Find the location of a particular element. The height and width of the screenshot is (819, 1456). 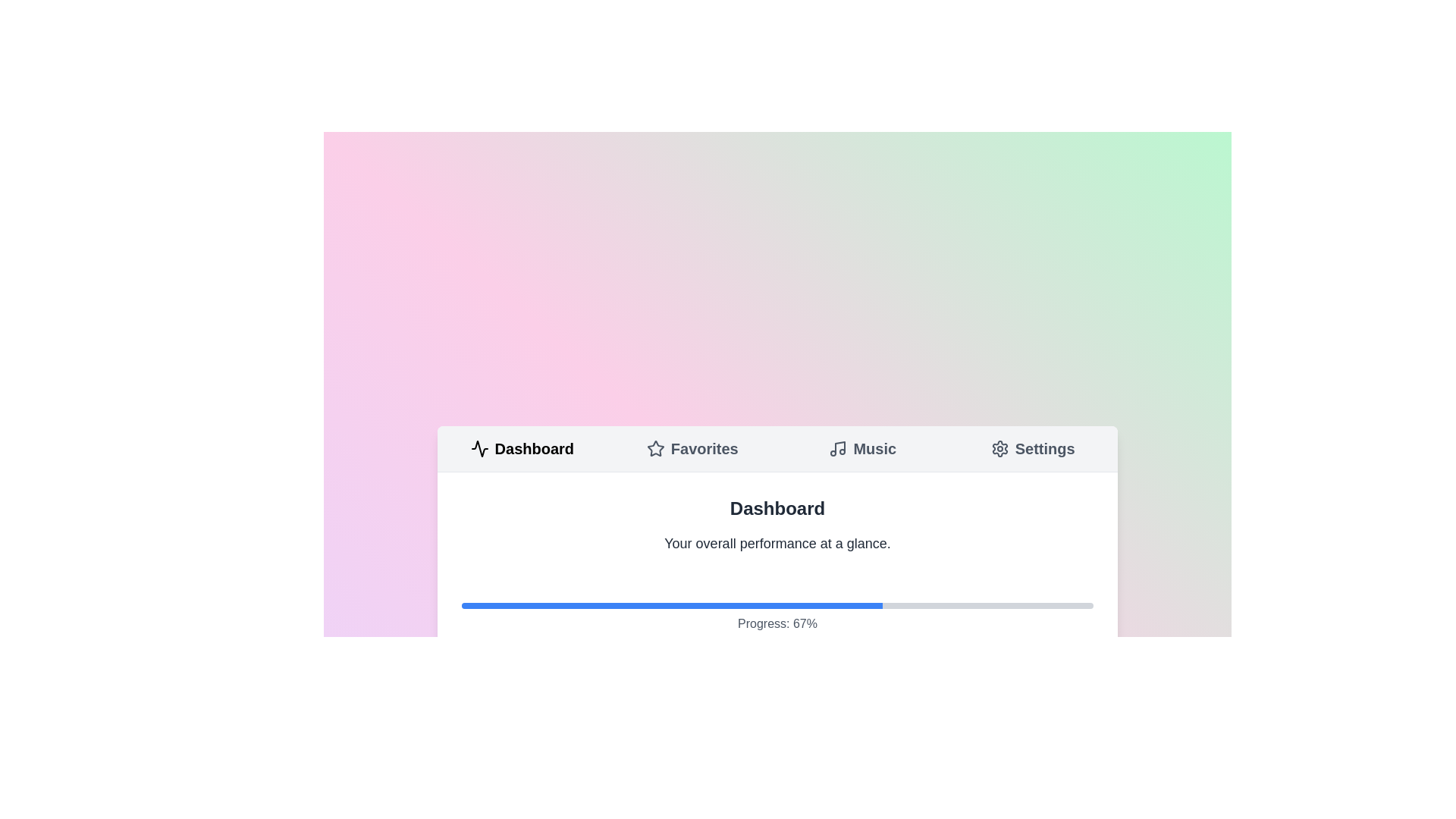

the tab button for Favorites to observe its state change is located at coordinates (692, 447).